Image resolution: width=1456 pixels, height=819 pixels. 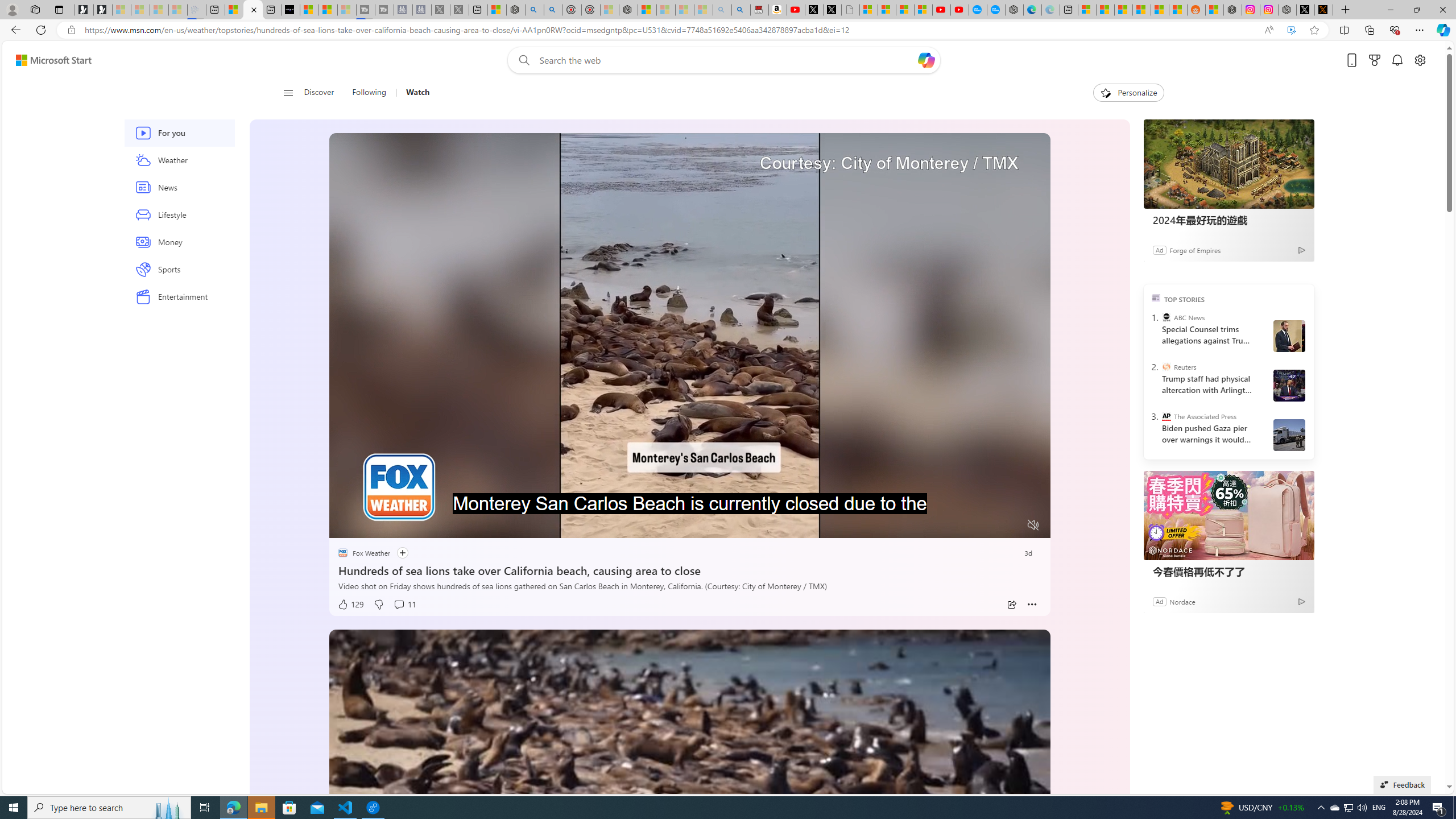 I want to click on 'Nordace (@NordaceOfficial) / X', so click(x=1305, y=9).